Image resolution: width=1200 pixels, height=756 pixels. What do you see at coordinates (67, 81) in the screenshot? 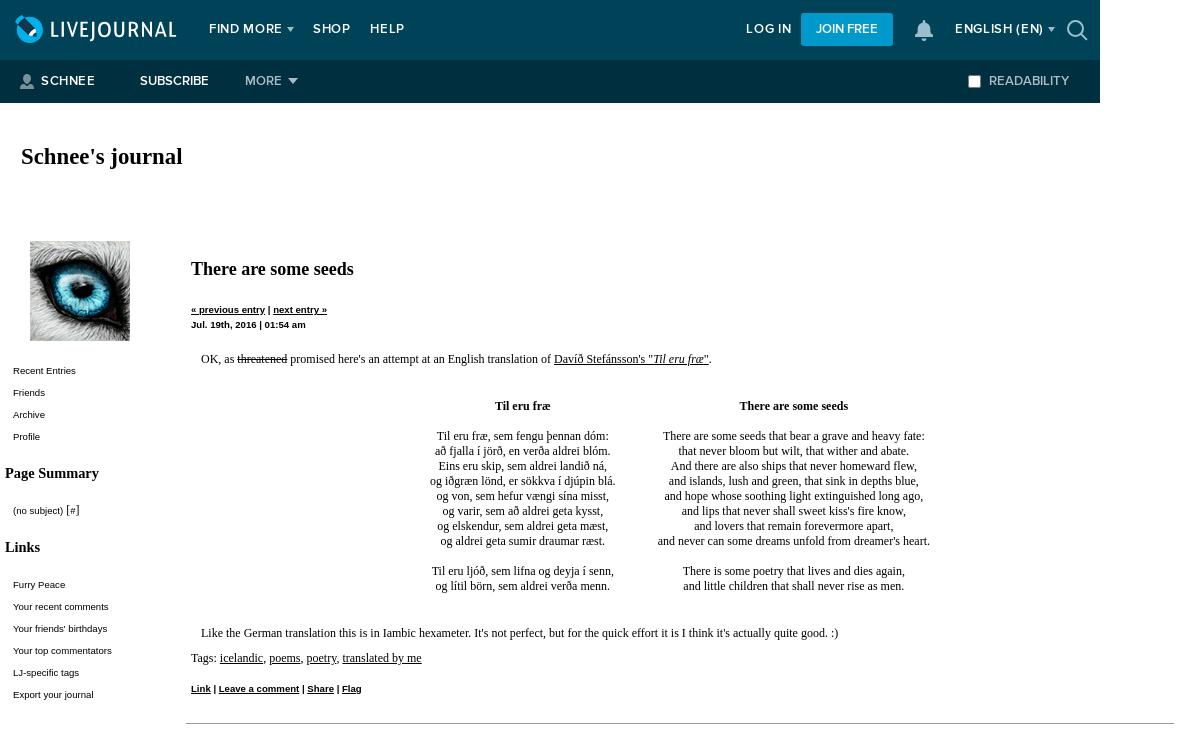
I see `'schnee'` at bounding box center [67, 81].